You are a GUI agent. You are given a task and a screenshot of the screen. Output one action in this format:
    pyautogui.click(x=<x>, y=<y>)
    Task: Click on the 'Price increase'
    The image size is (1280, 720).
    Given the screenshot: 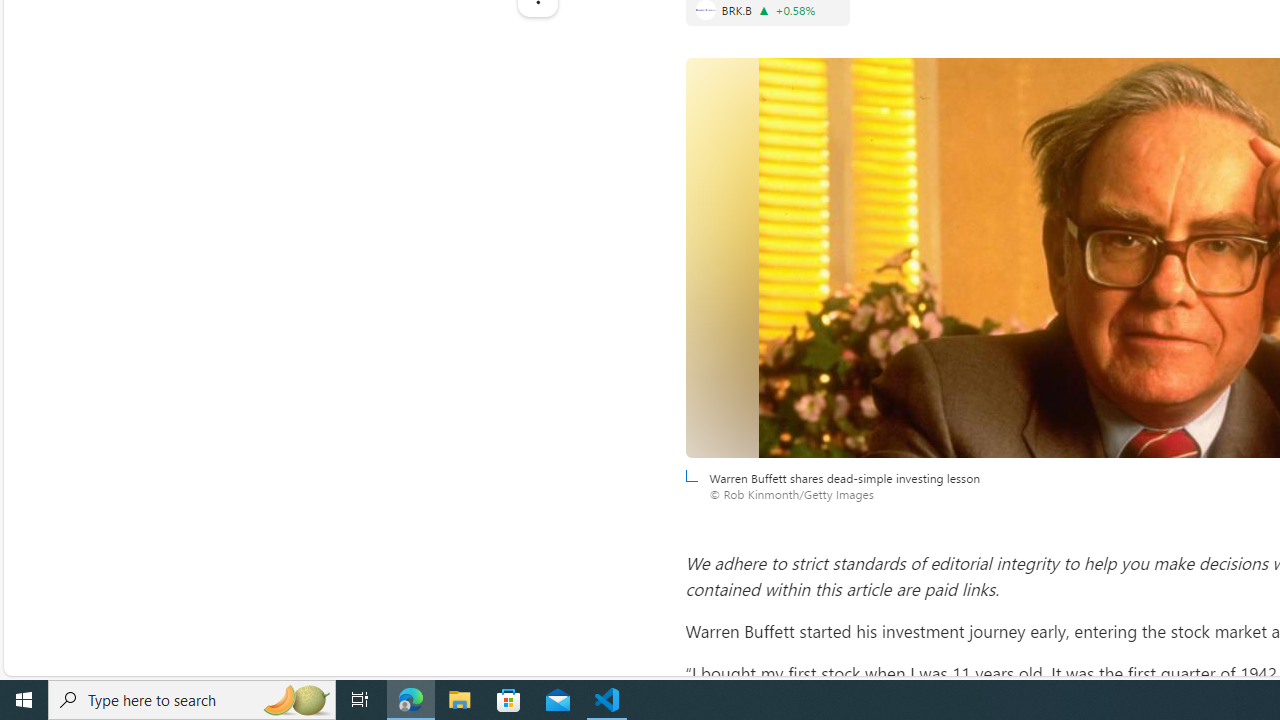 What is the action you would take?
    pyautogui.click(x=763, y=10)
    